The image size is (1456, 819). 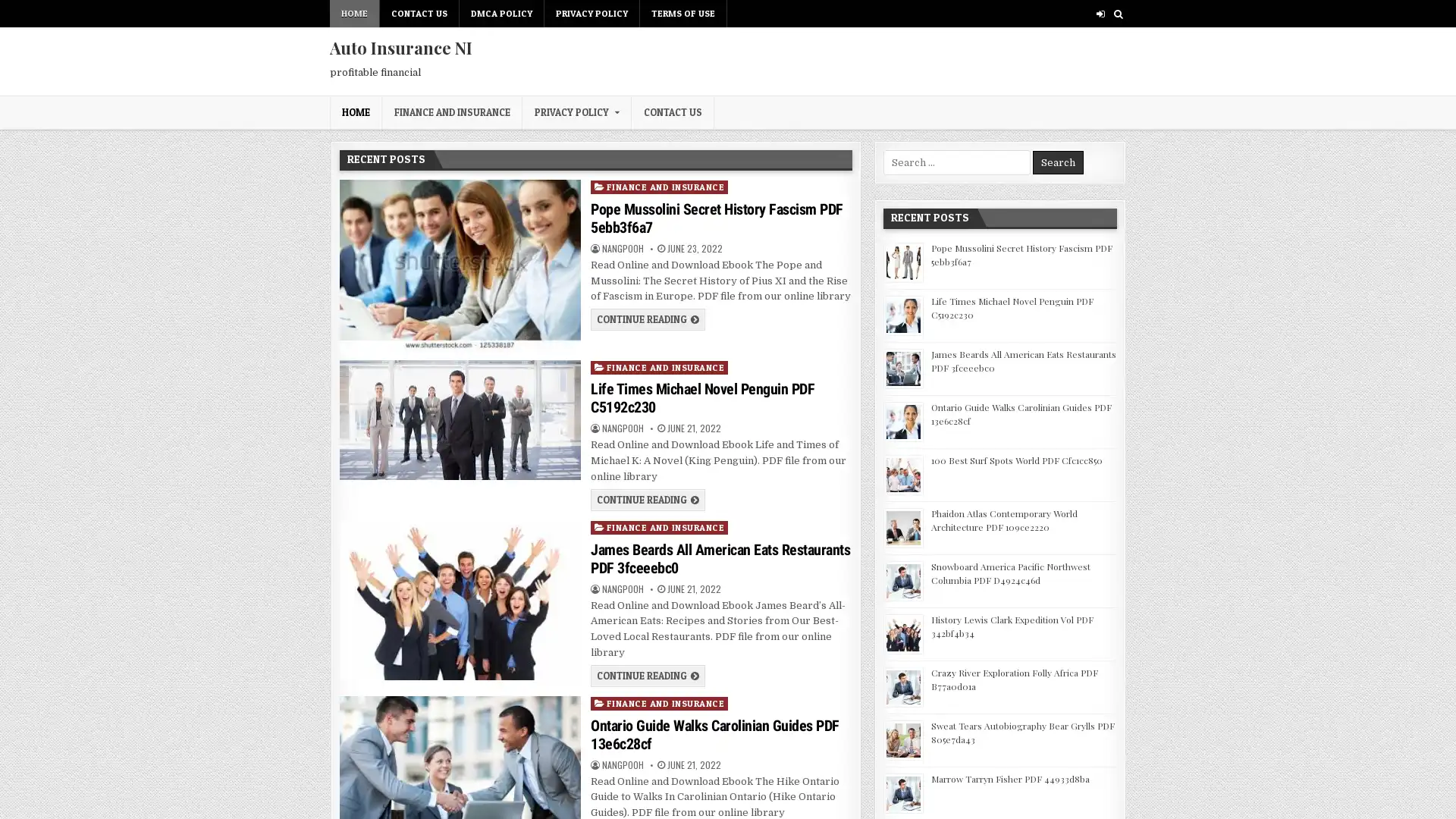 What do you see at coordinates (1057, 162) in the screenshot?
I see `Search` at bounding box center [1057, 162].